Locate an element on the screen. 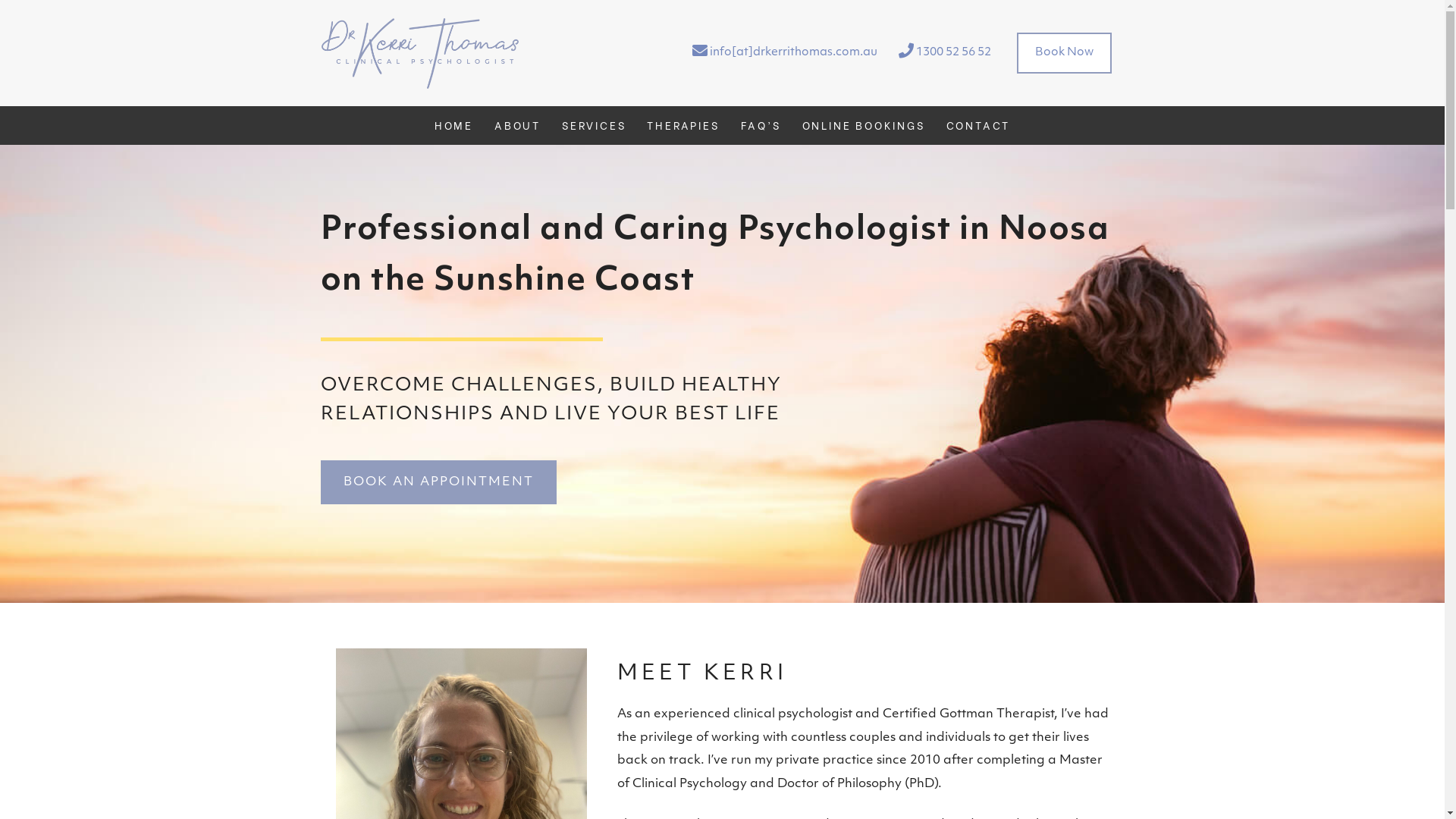 This screenshot has height=819, width=1456. 'ONLINE BOOKINGS' is located at coordinates (863, 124).